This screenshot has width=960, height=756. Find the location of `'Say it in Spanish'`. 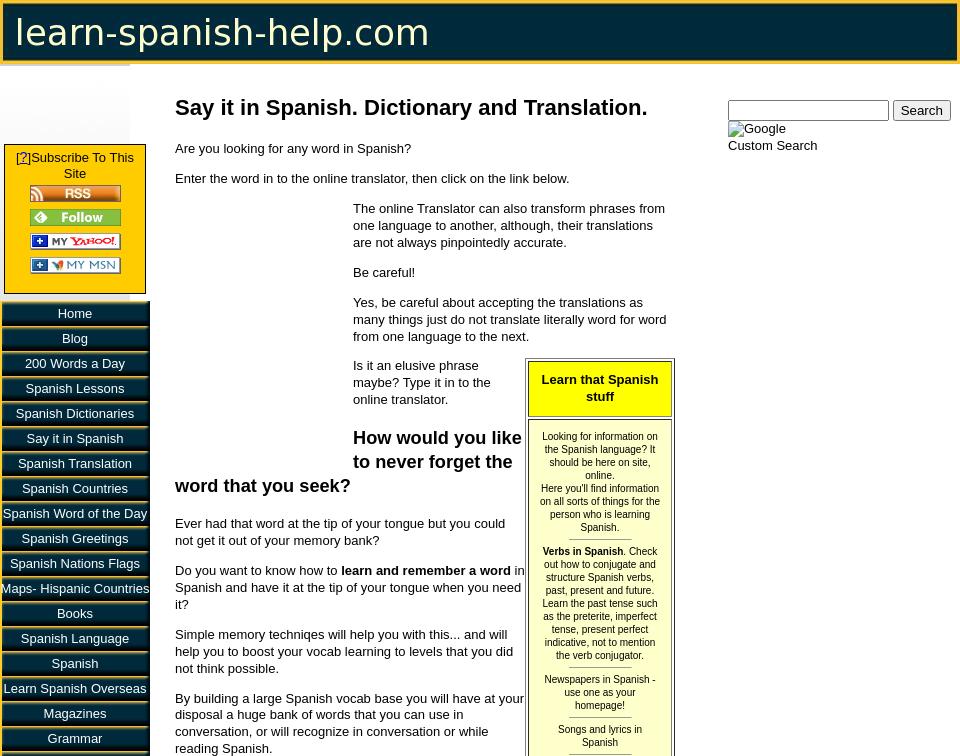

'Say it in Spanish' is located at coordinates (25, 437).